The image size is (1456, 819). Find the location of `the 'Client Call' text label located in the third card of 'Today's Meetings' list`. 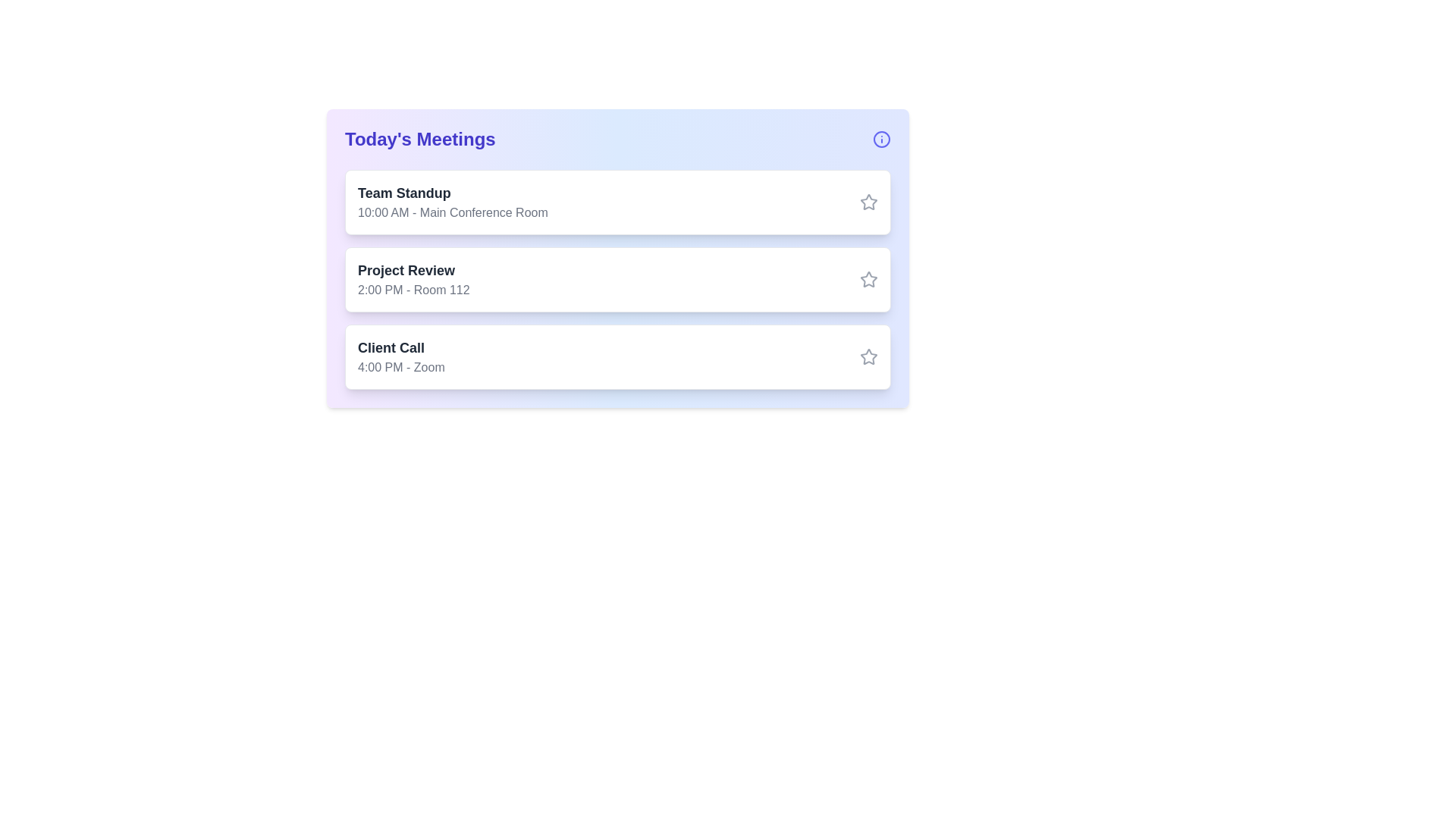

the 'Client Call' text label located in the third card of 'Today's Meetings' list is located at coordinates (401, 348).